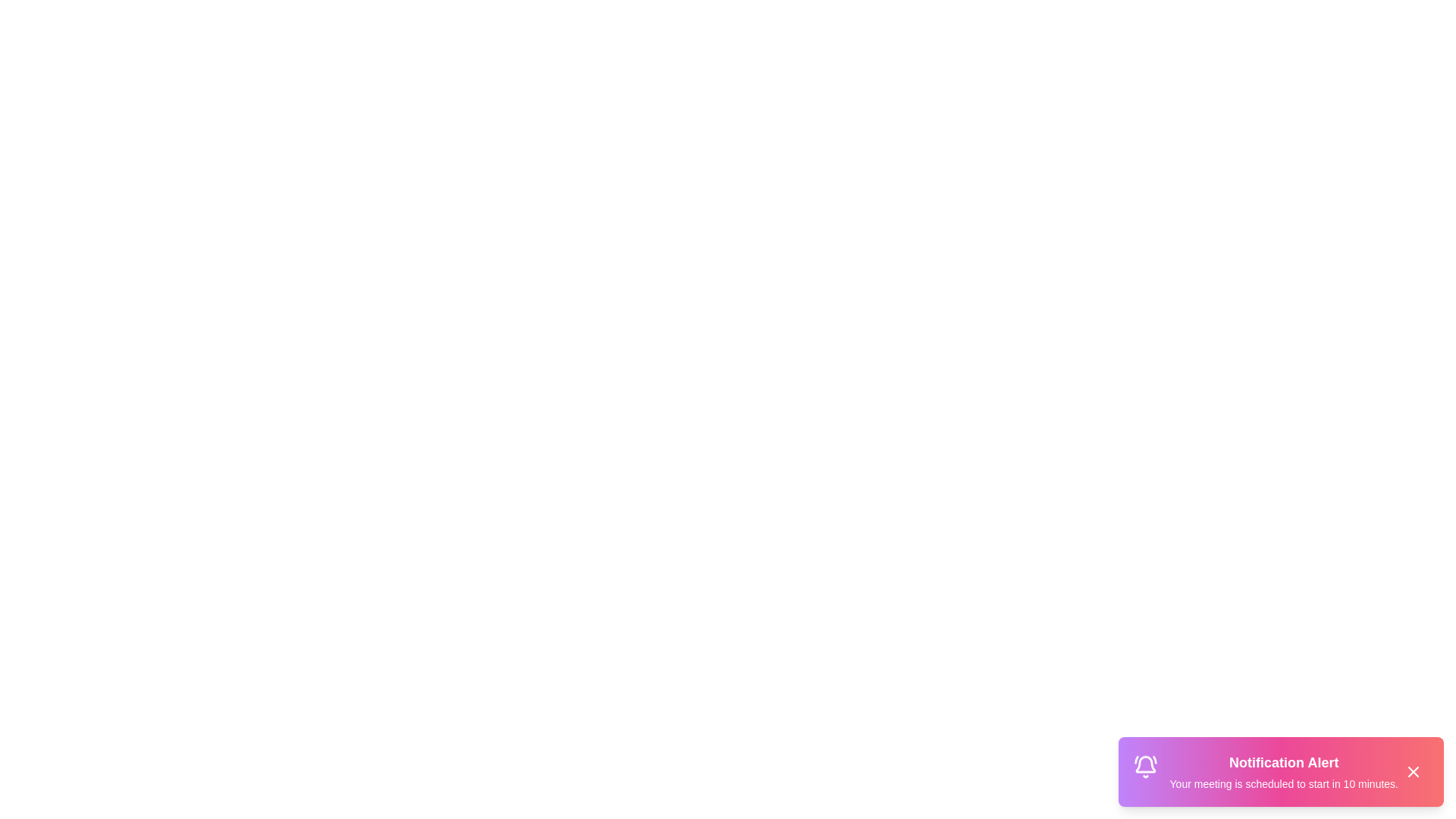 This screenshot has height=819, width=1456. I want to click on close button to dismiss the notification, so click(1412, 772).